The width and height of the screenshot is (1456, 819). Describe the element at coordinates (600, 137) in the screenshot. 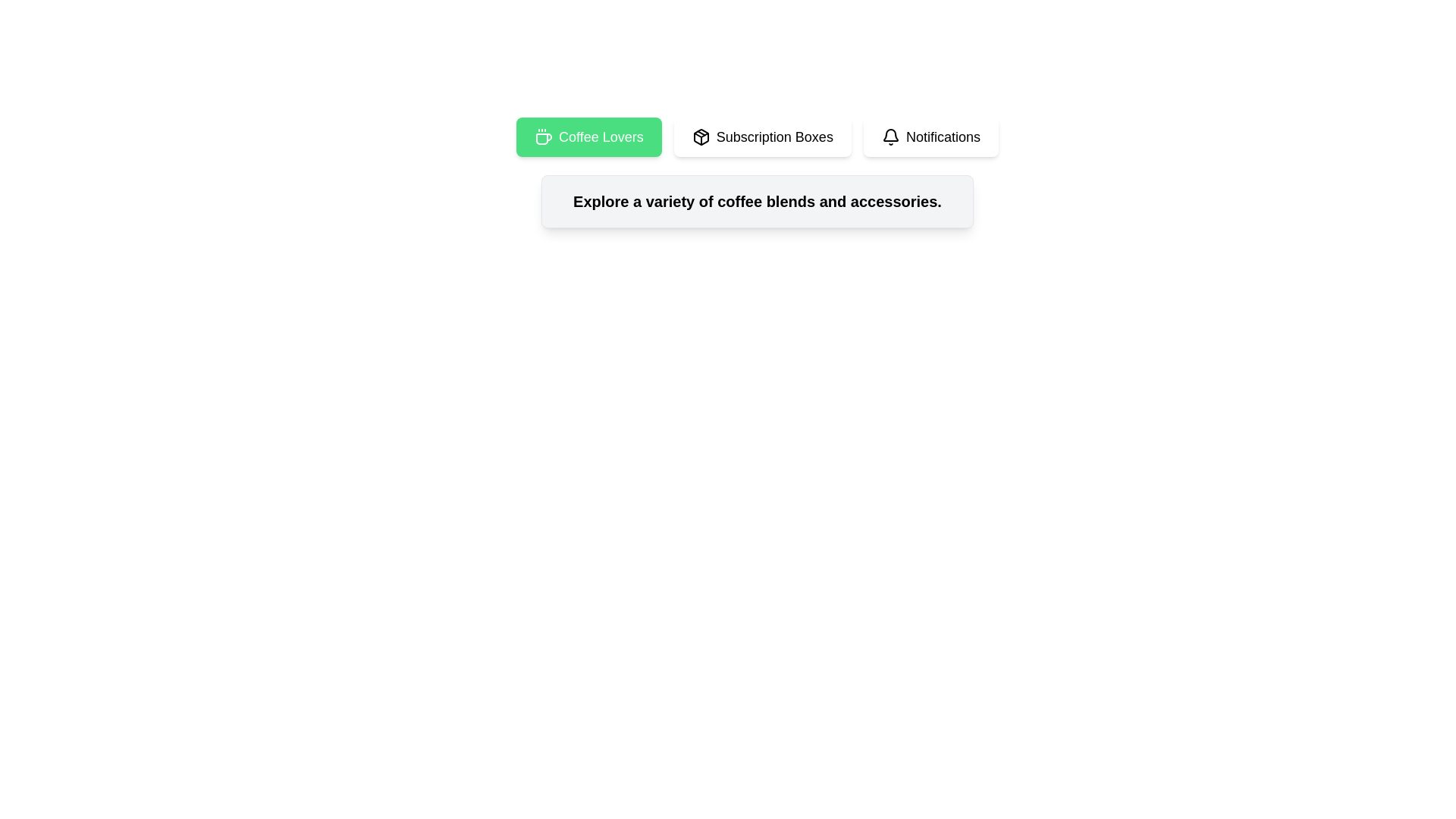

I see `the 'Coffee Lovers' text label within the green button` at that location.